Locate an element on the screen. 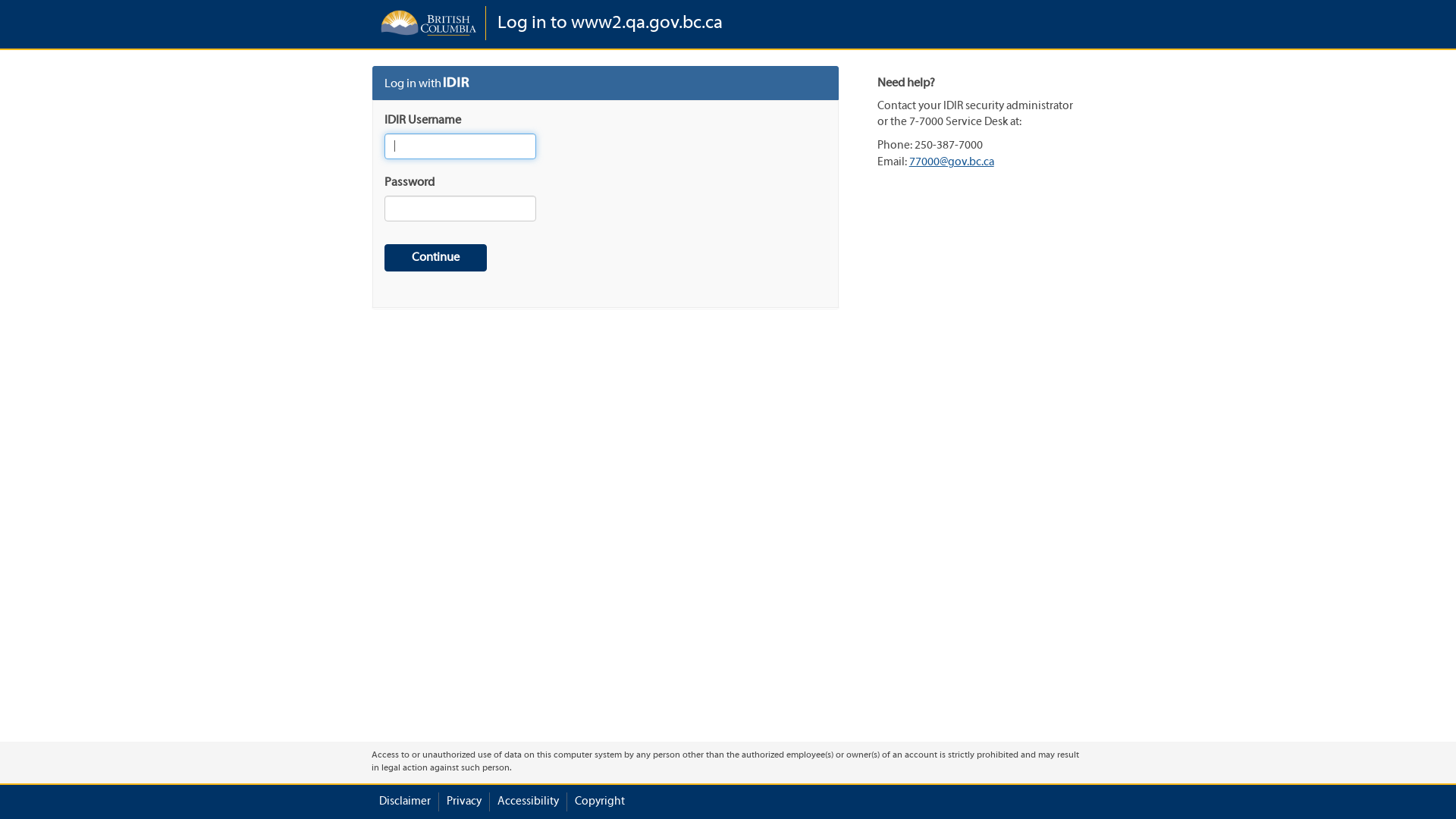 The height and width of the screenshot is (819, 1456). 'Continue' is located at coordinates (435, 257).